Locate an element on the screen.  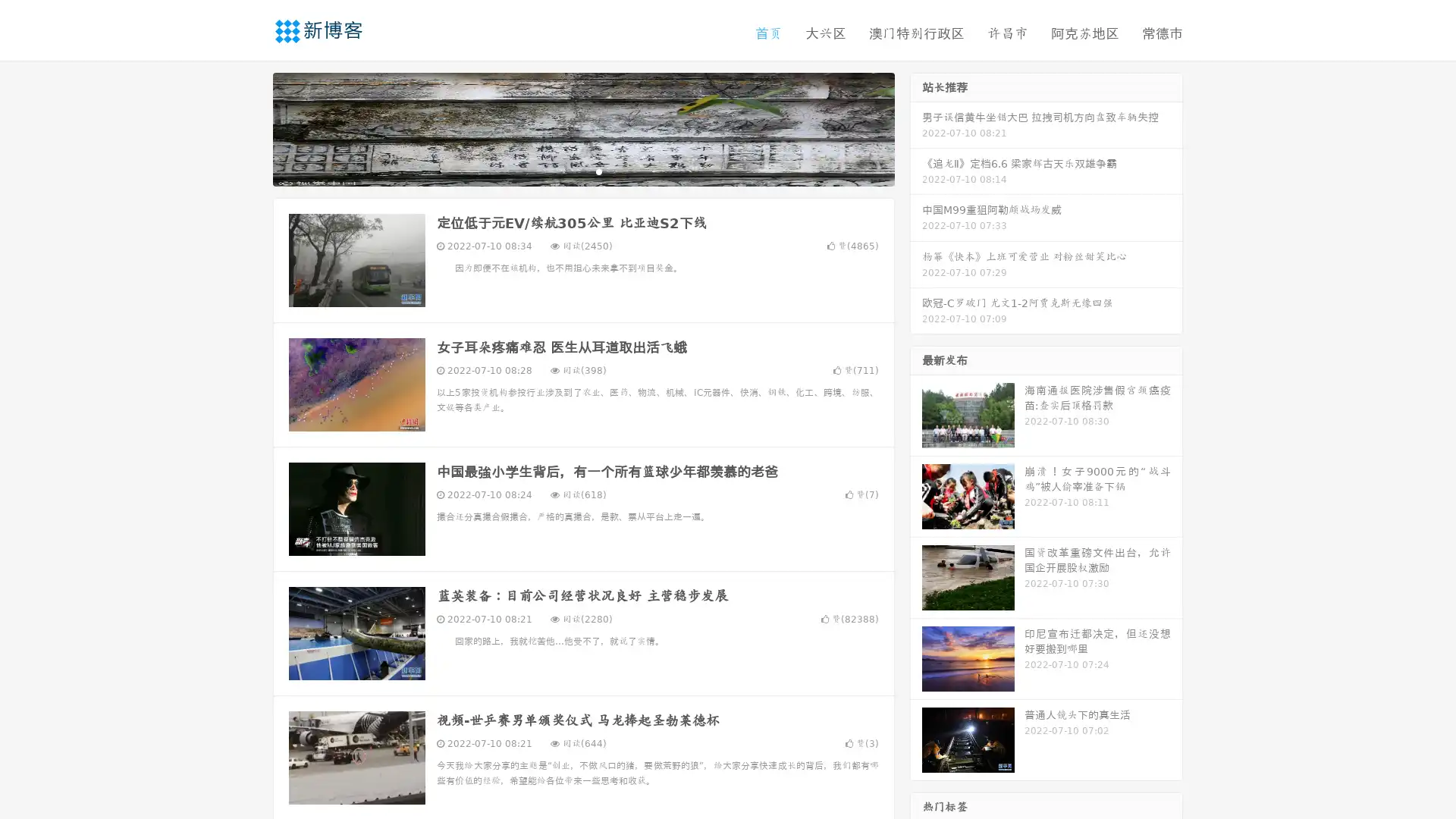
Next slide is located at coordinates (916, 127).